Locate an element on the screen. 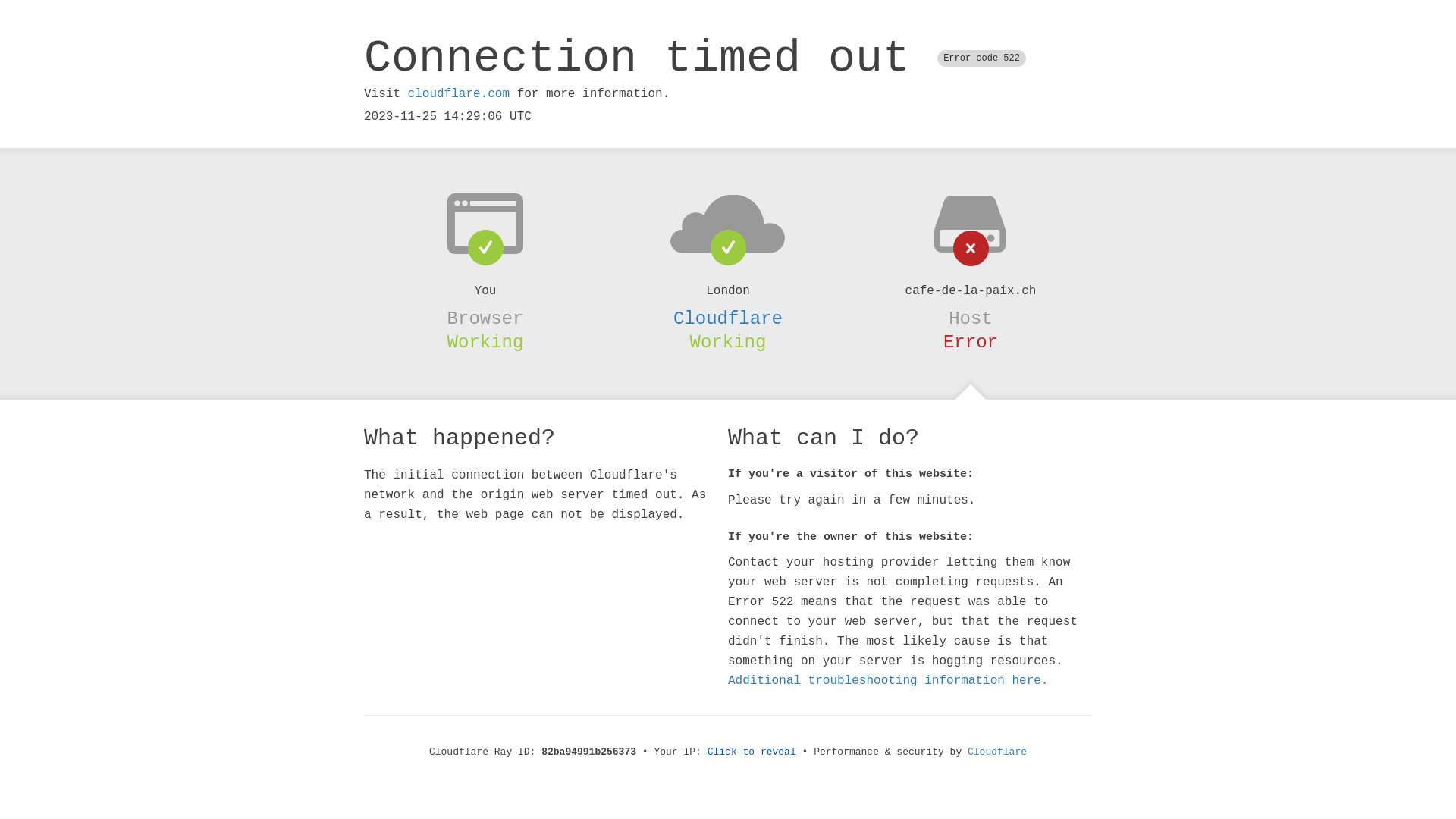 This screenshot has width=1456, height=819. 'Cloudflare' is located at coordinates (728, 318).